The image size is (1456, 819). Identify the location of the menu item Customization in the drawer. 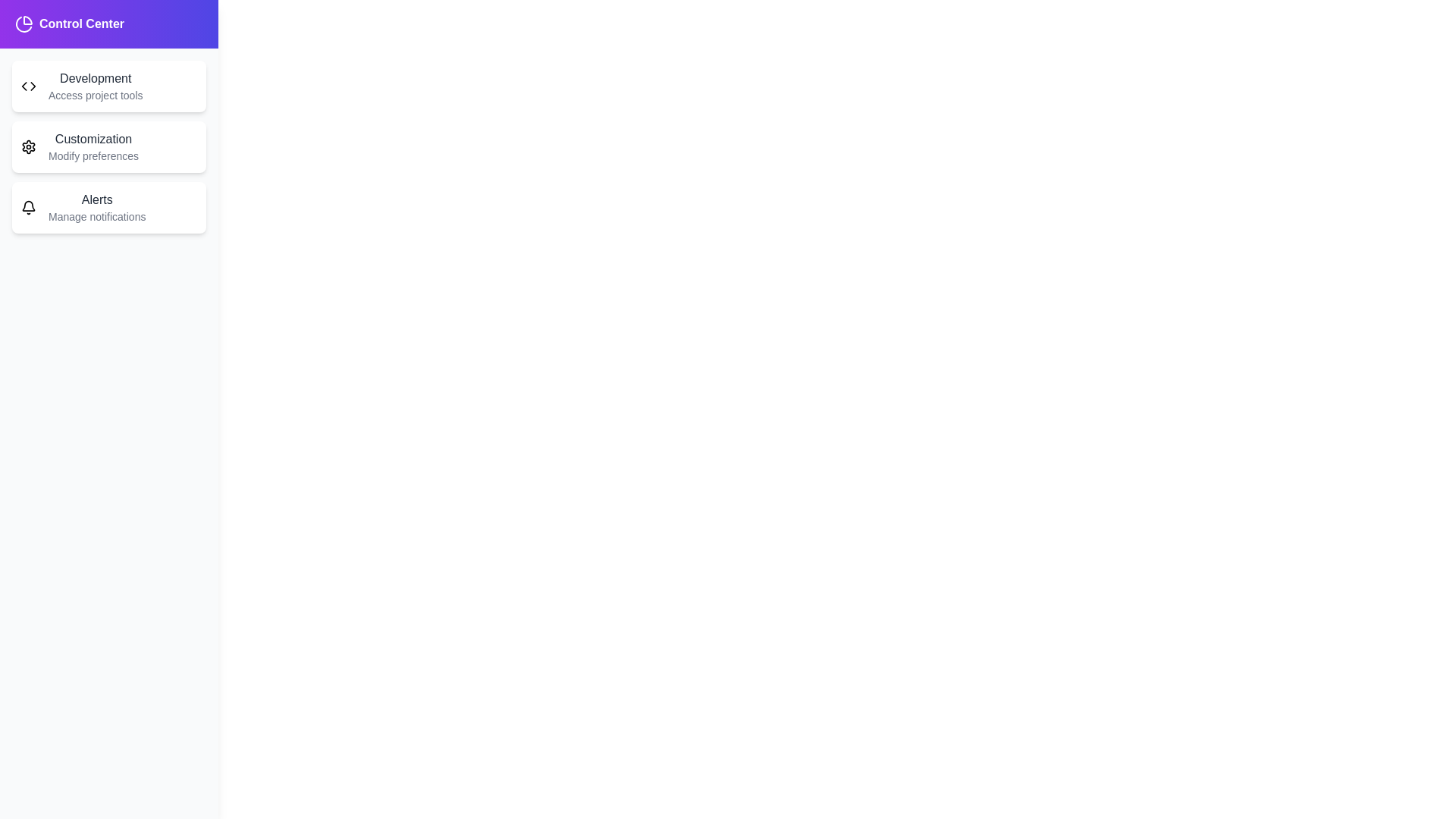
(108, 146).